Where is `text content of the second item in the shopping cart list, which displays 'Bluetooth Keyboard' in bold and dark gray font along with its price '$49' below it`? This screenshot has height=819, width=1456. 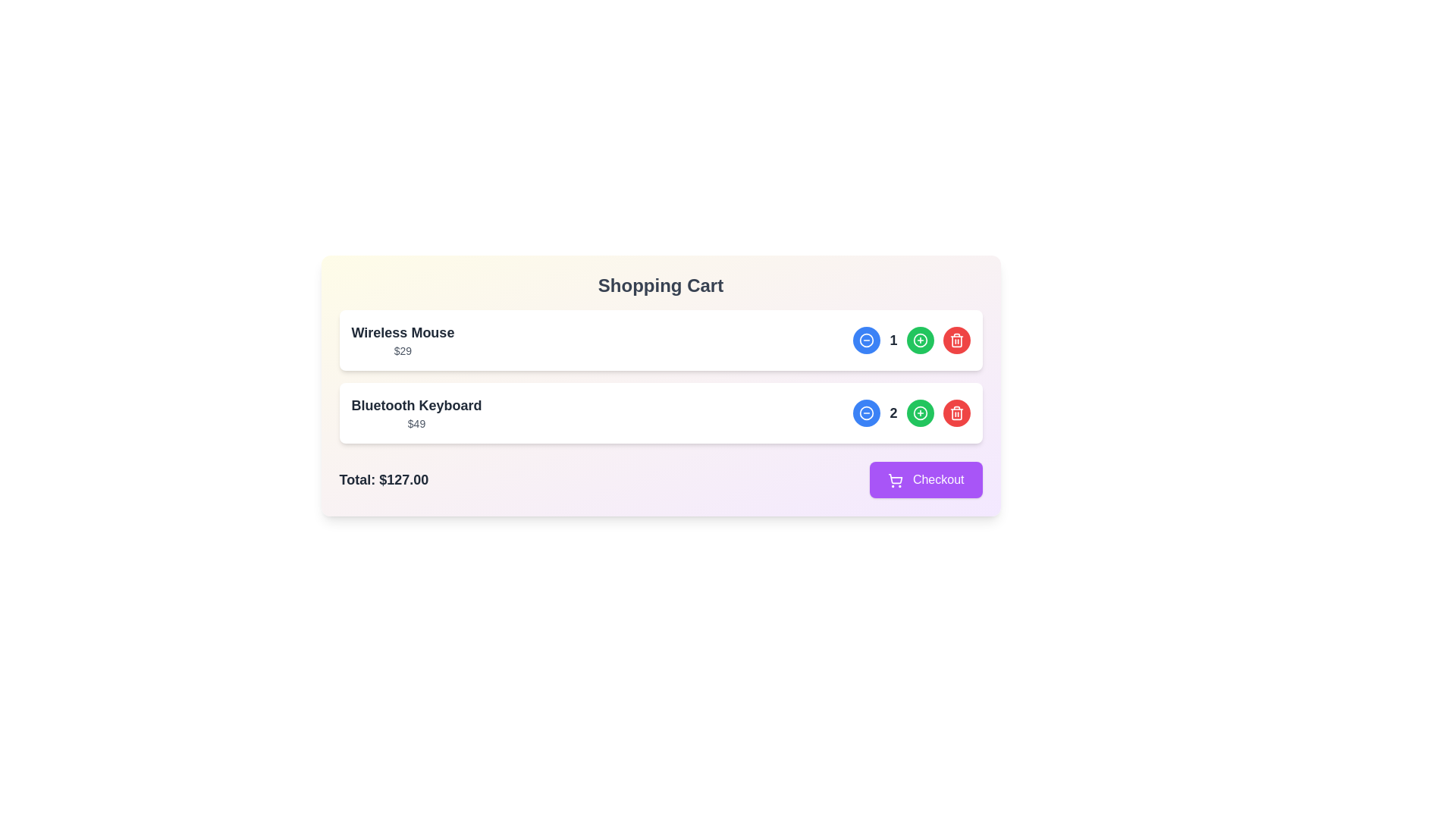 text content of the second item in the shopping cart list, which displays 'Bluetooth Keyboard' in bold and dark gray font along with its price '$49' below it is located at coordinates (416, 413).